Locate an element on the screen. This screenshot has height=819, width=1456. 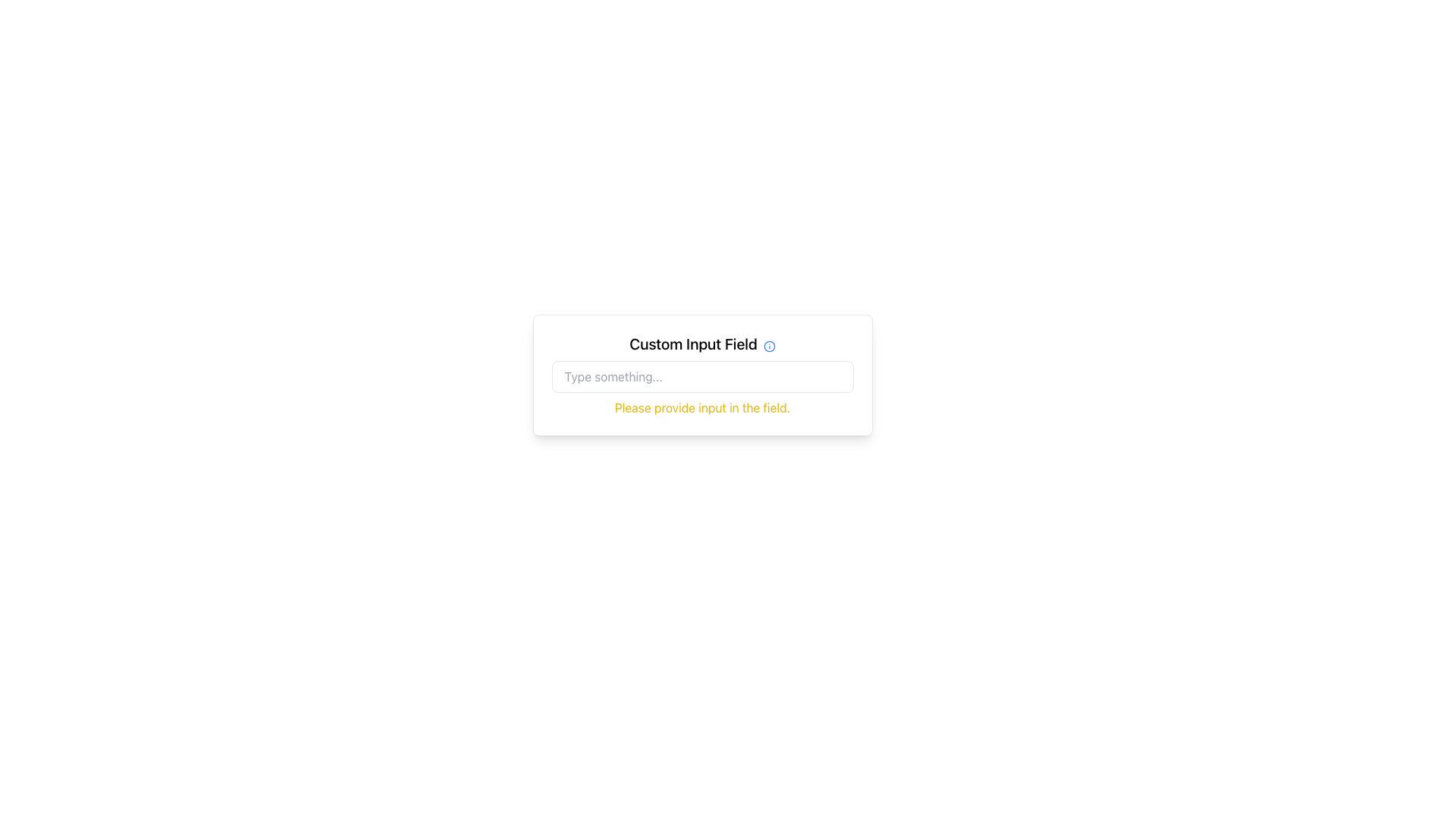
circle element that serves as a background or highlight within the information icon adjacent to the 'Custom Input Field' label is located at coordinates (769, 346).